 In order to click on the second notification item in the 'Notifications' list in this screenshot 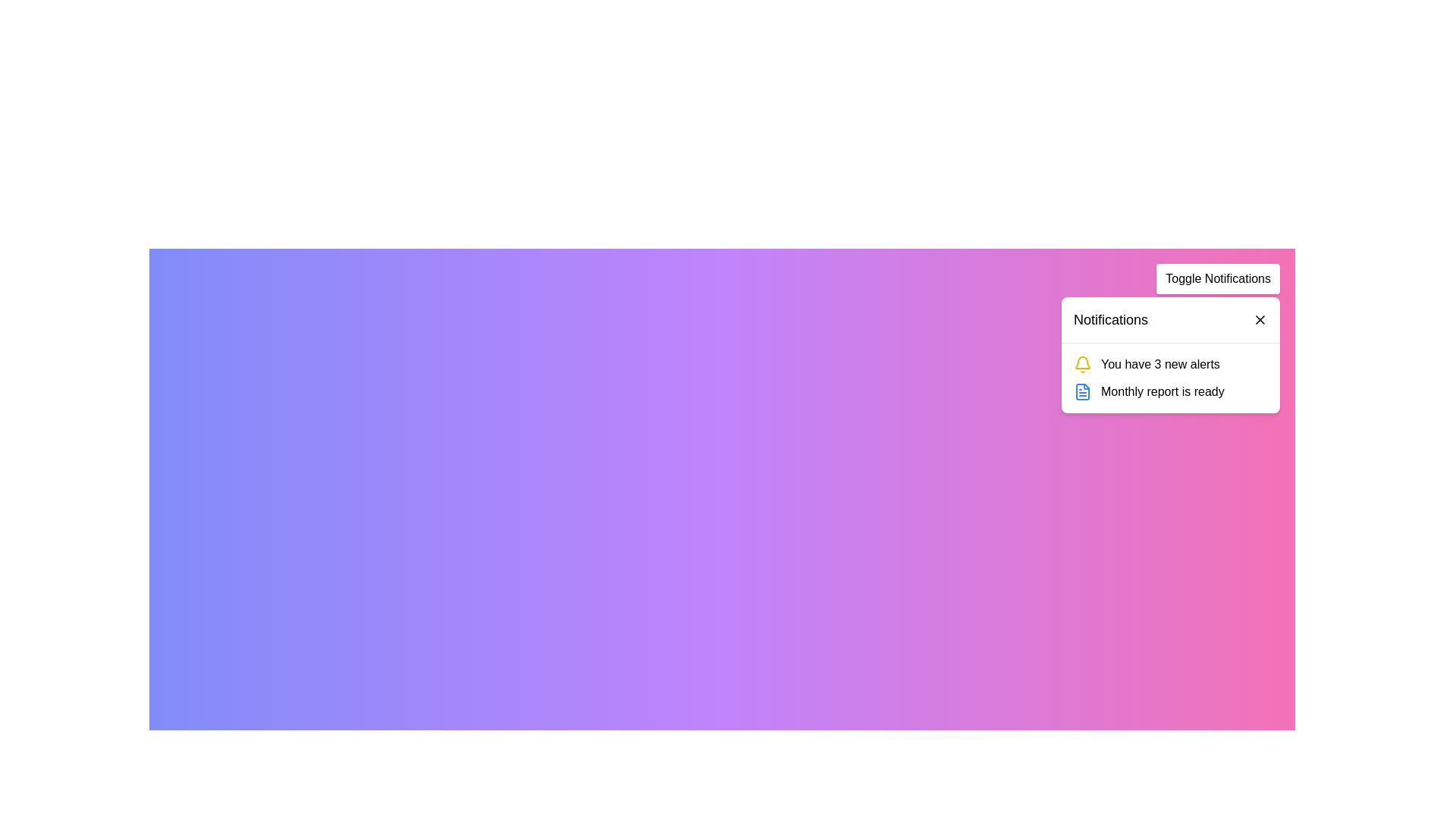, I will do `click(1170, 391)`.